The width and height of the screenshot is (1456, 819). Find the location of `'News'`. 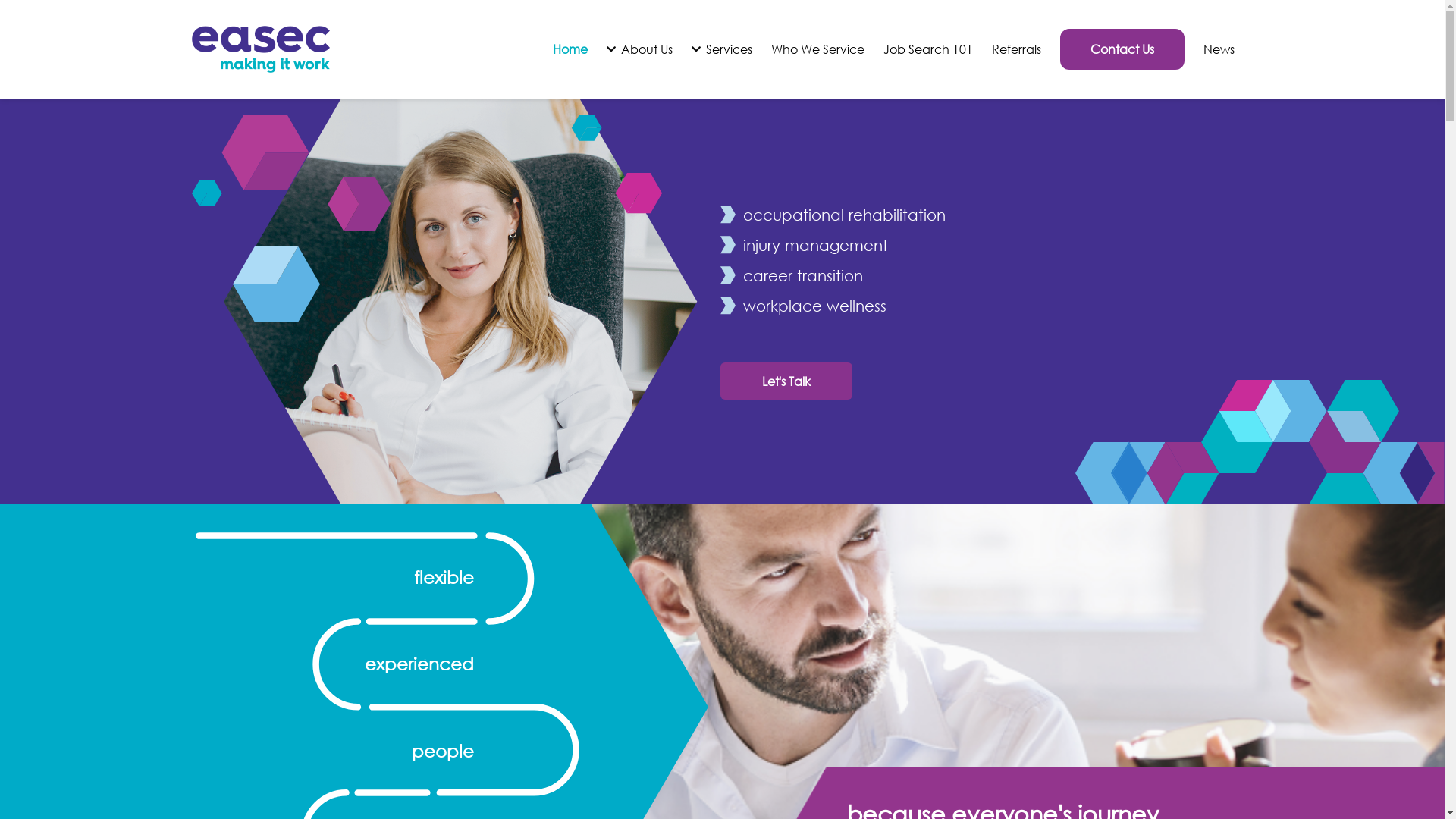

'News' is located at coordinates (1218, 49).